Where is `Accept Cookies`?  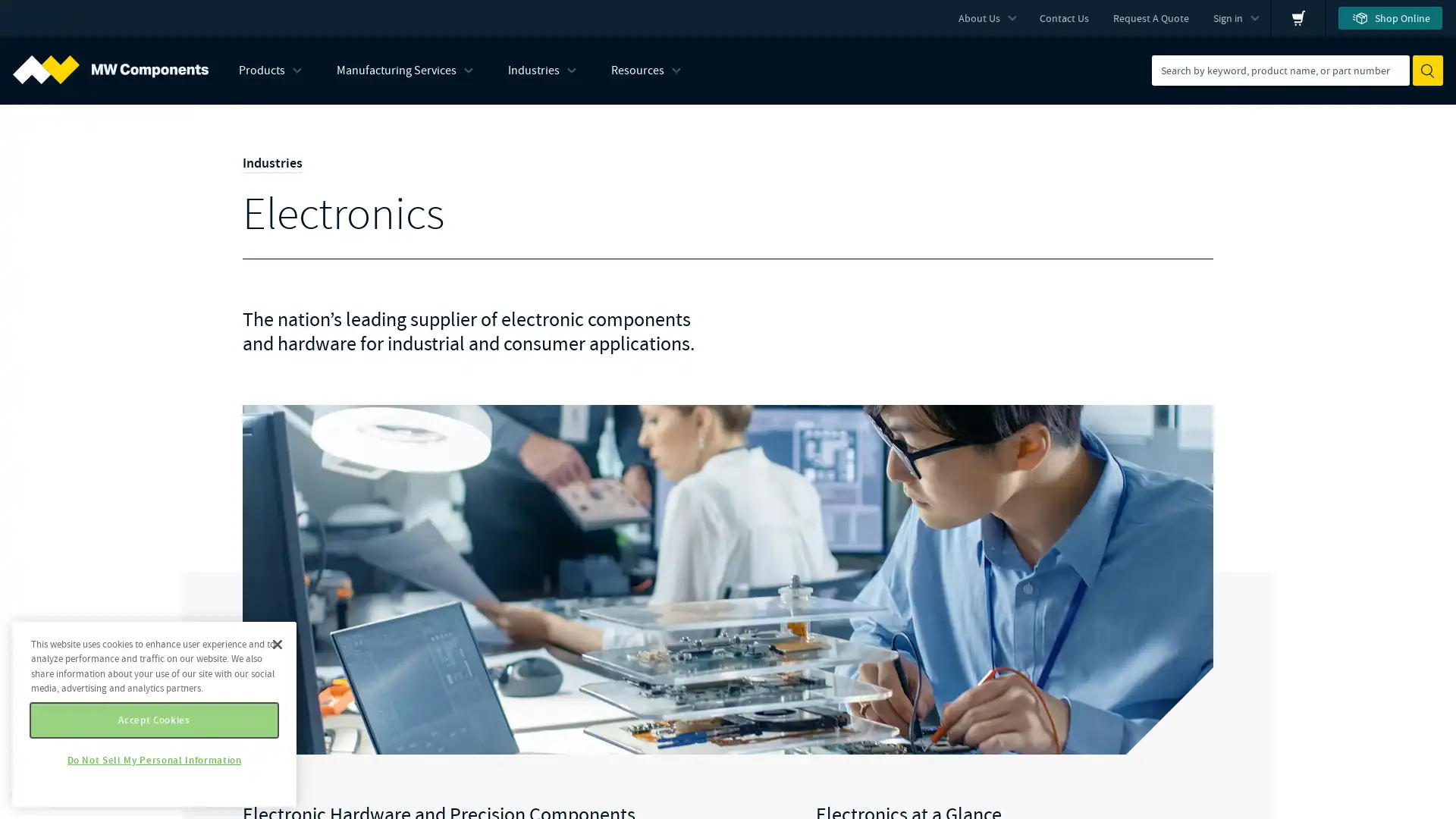 Accept Cookies is located at coordinates (154, 719).